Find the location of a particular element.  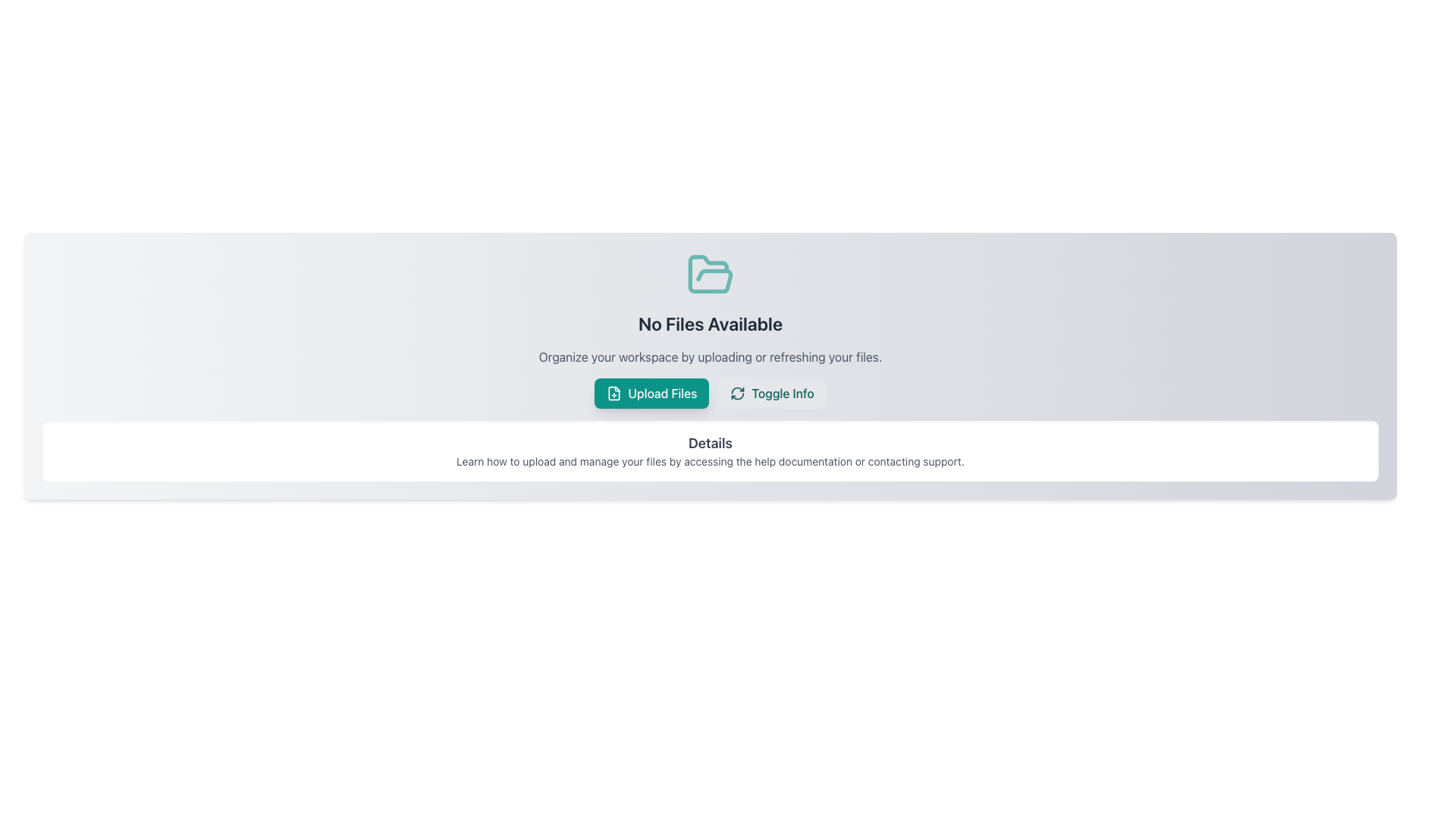

text of the Label that states: 'Learn how to upload and manage your files by accessing the help documentation or contacting support.' which is located below the 'Details' text is located at coordinates (709, 461).